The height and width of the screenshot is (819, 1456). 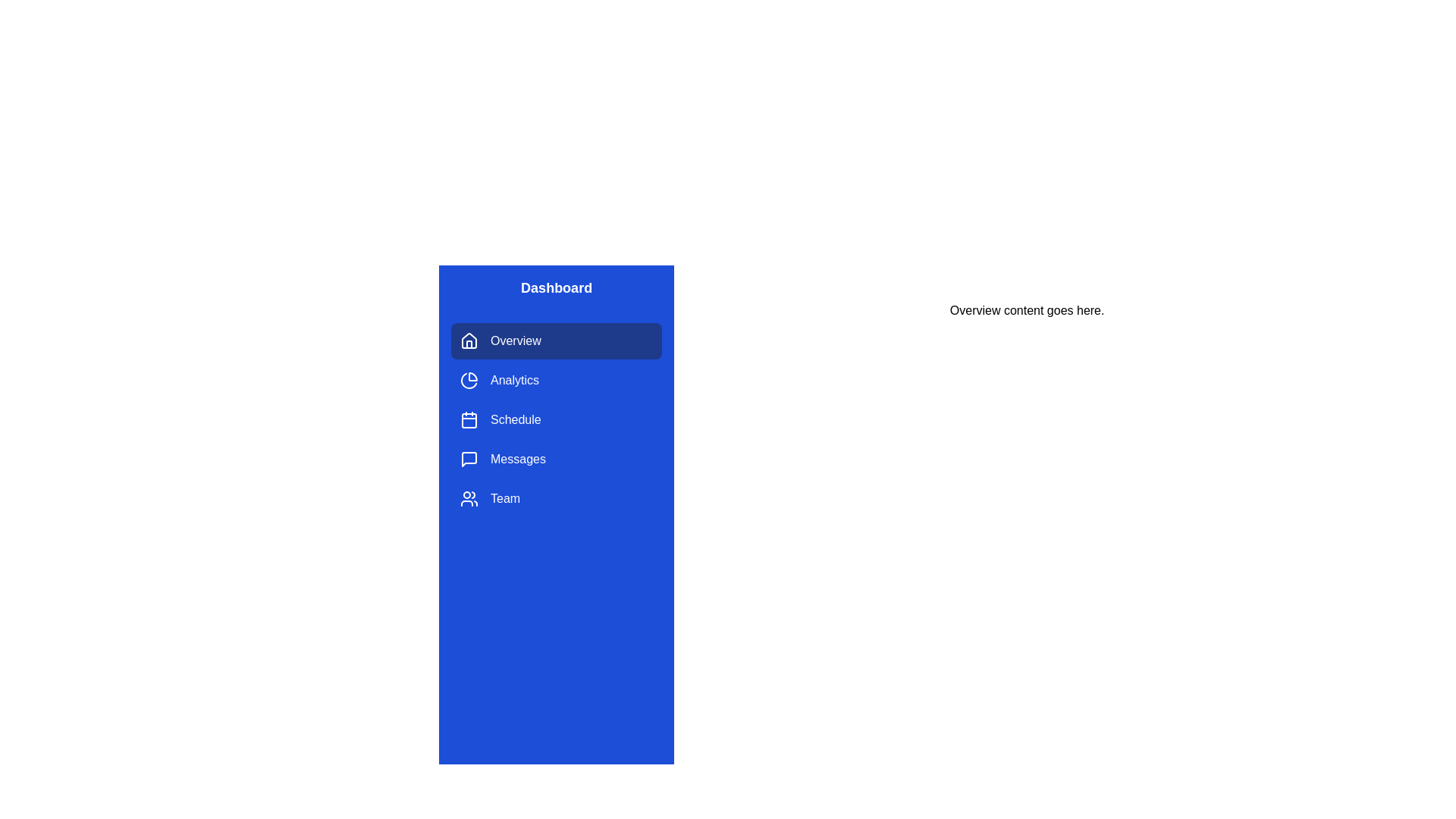 What do you see at coordinates (469, 458) in the screenshot?
I see `the 'Messages' icon located in the left-hand vertical navigation menu, which serves as a visual cue for the associated navigation button` at bounding box center [469, 458].